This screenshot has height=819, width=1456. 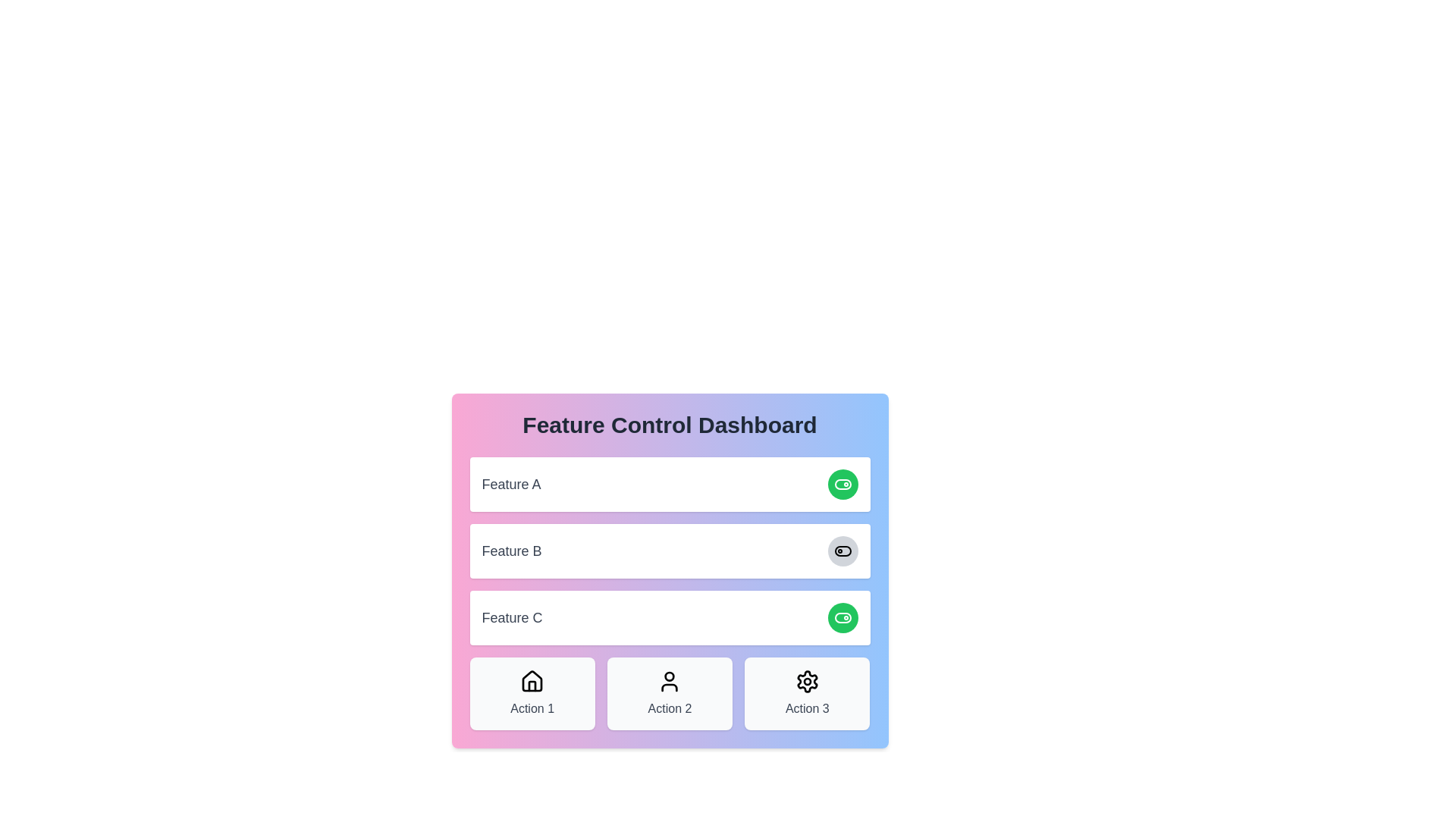 What do you see at coordinates (511, 485) in the screenshot?
I see `the Text label that describes the feature section, specifically the label containing 'Feature A'` at bounding box center [511, 485].